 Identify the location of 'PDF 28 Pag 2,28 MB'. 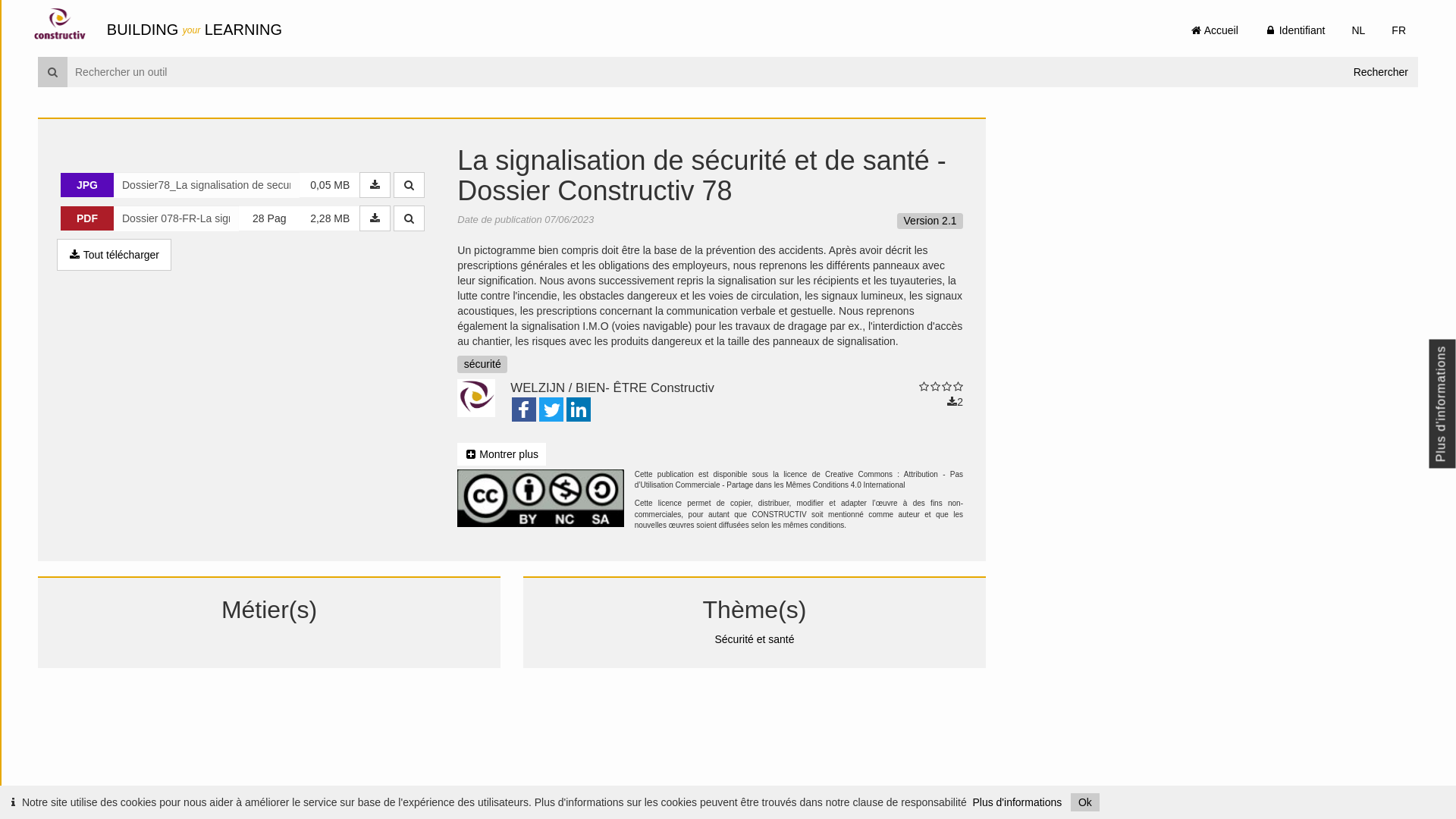
(224, 218).